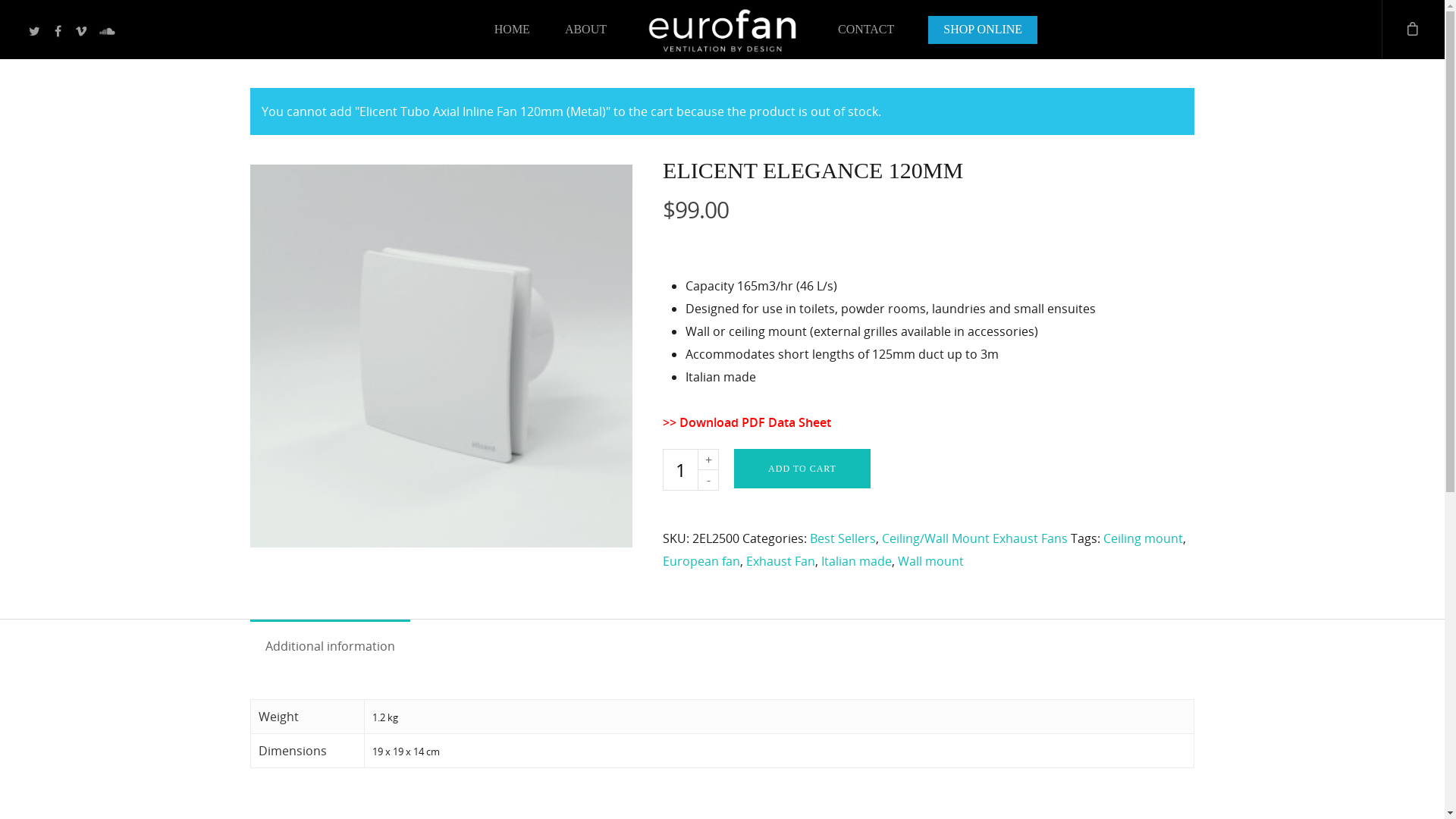 This screenshot has height=819, width=1456. I want to click on 'Italian made', so click(856, 561).